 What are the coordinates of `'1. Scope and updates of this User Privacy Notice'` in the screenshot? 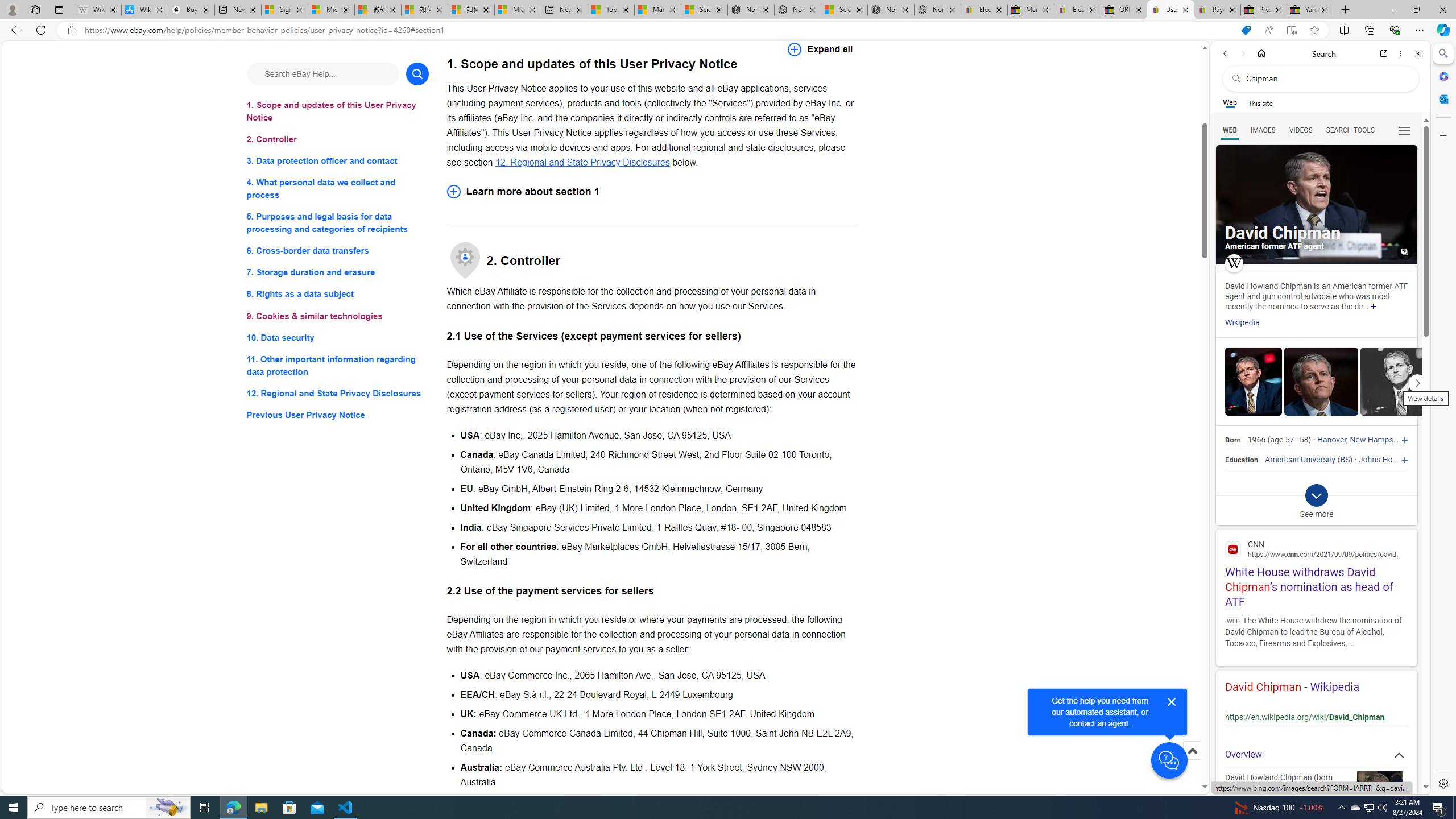 It's located at (337, 111).